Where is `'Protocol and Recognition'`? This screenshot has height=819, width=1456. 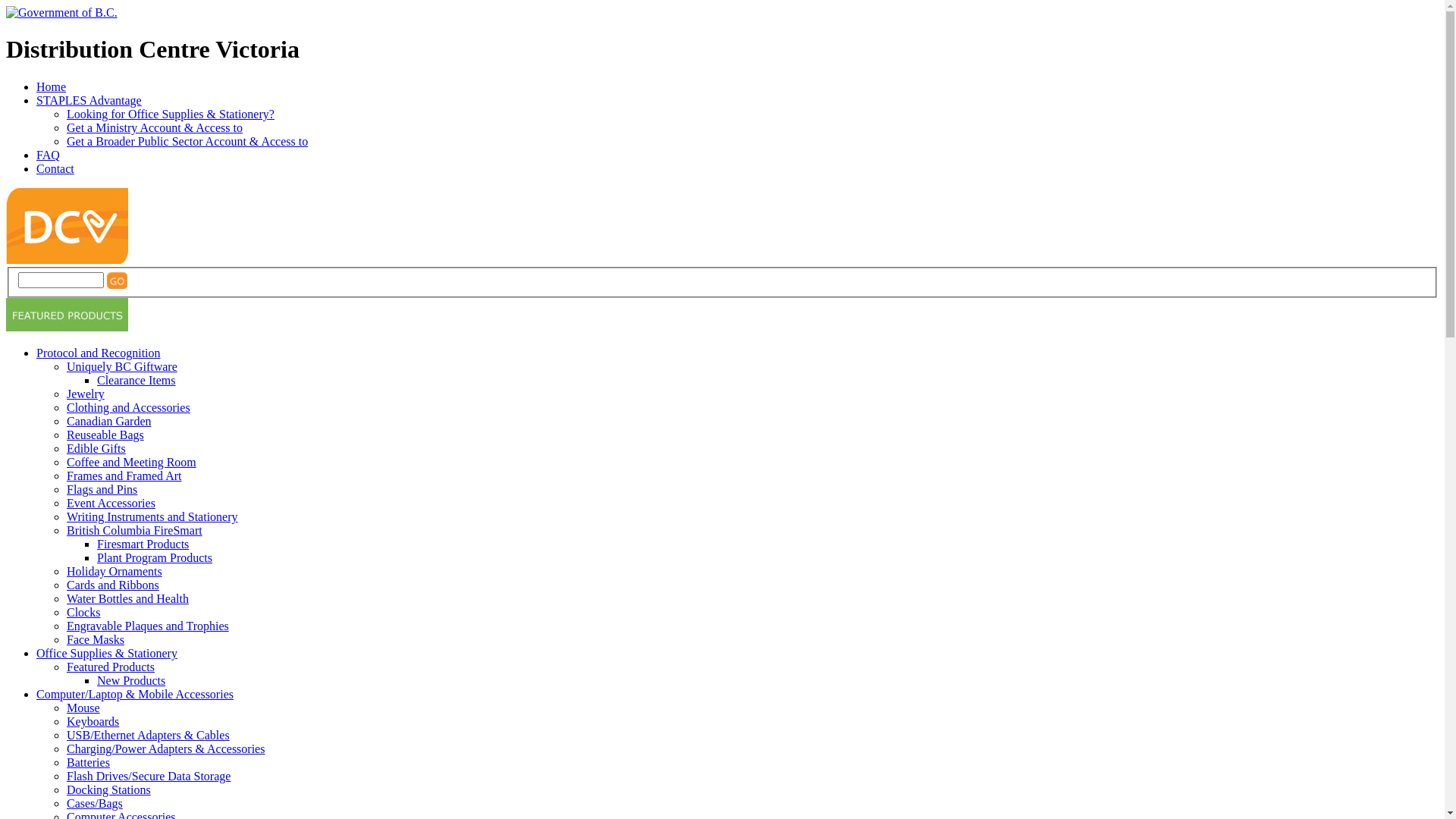 'Protocol and Recognition' is located at coordinates (97, 353).